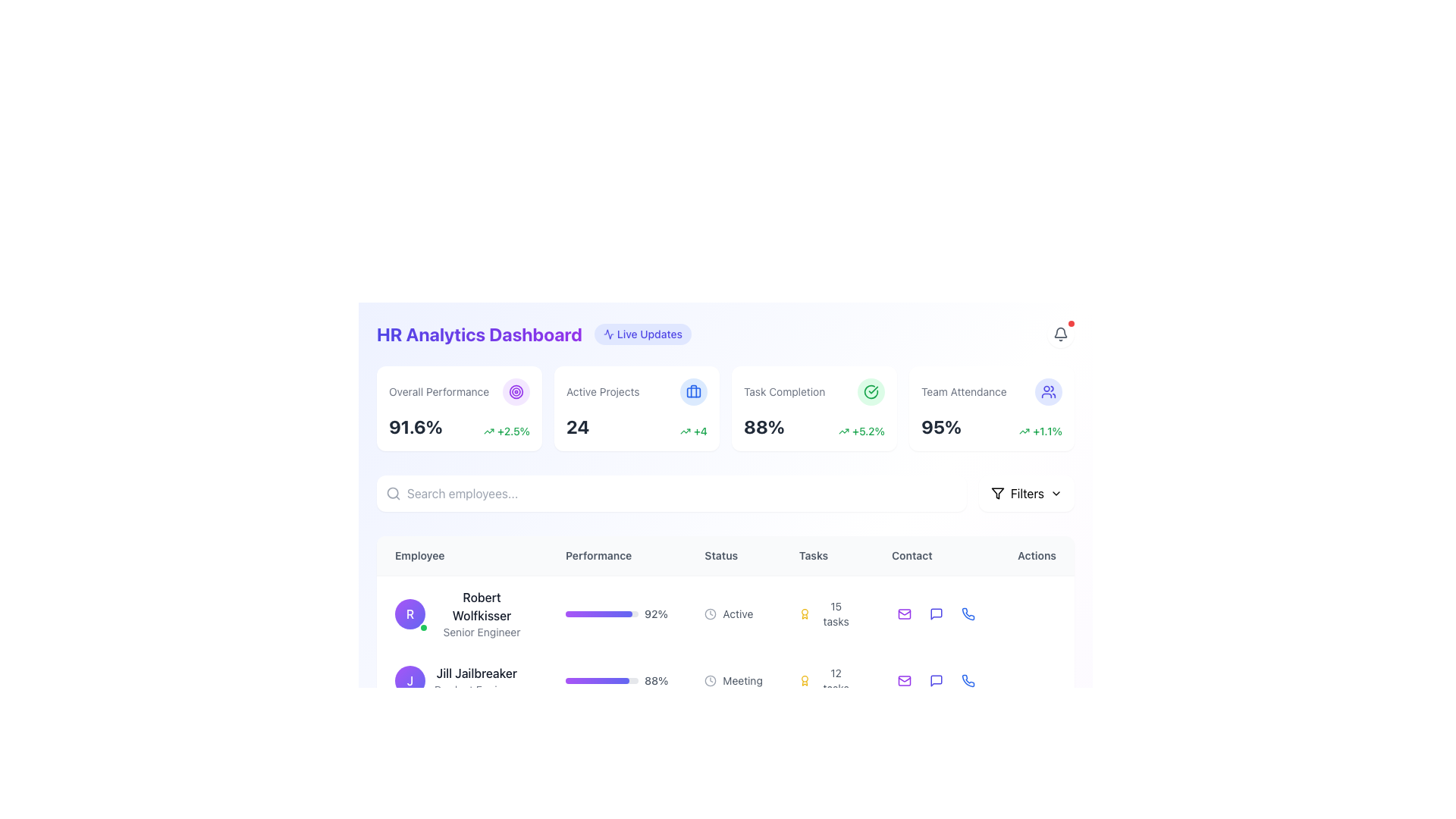 The image size is (1456, 819). I want to click on the live updates icon located on the top left of the interface next to the 'Live Updates' text, so click(608, 333).